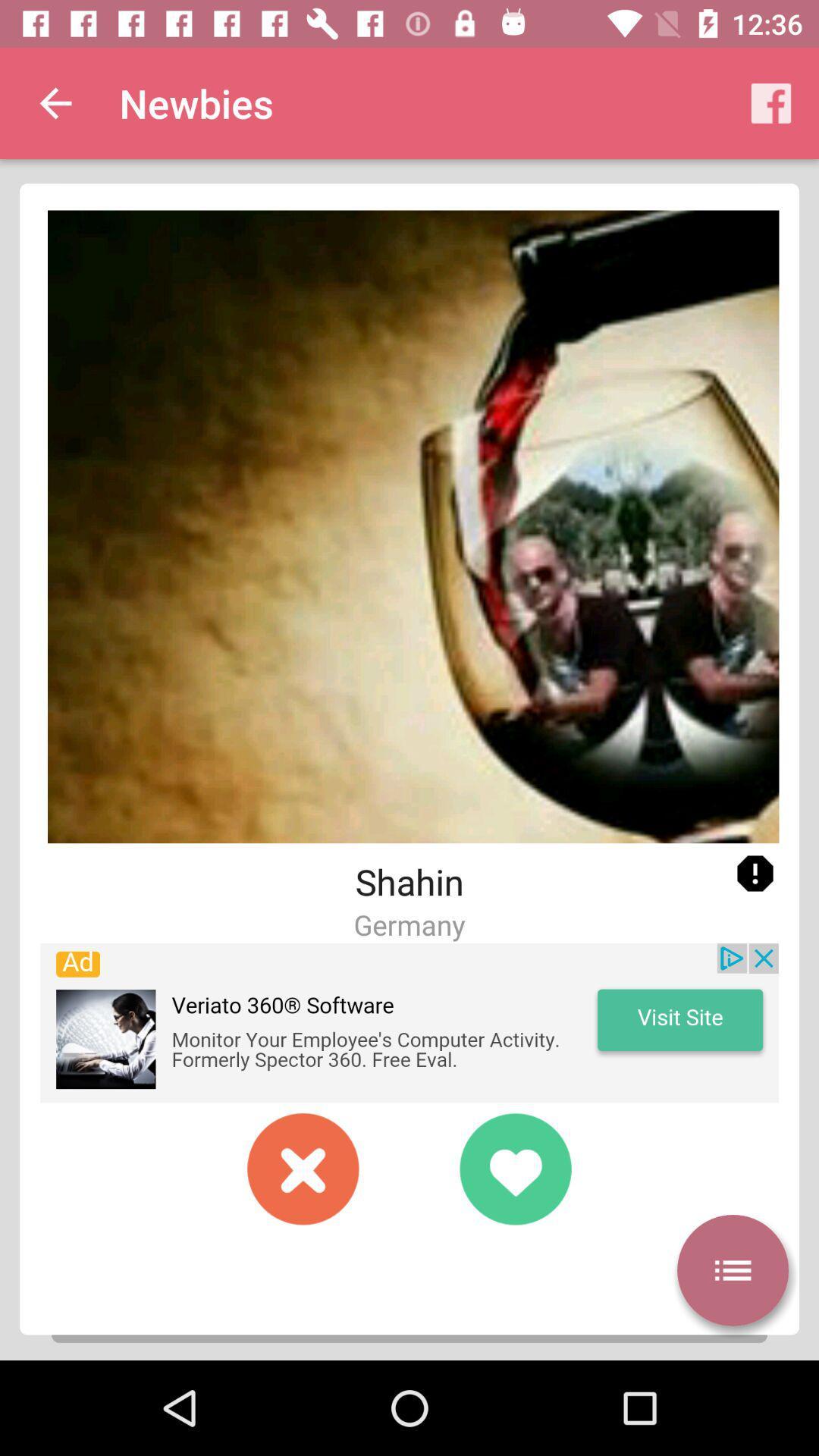 The height and width of the screenshot is (1456, 819). What do you see at coordinates (514, 1168) in the screenshot?
I see `to favorites` at bounding box center [514, 1168].